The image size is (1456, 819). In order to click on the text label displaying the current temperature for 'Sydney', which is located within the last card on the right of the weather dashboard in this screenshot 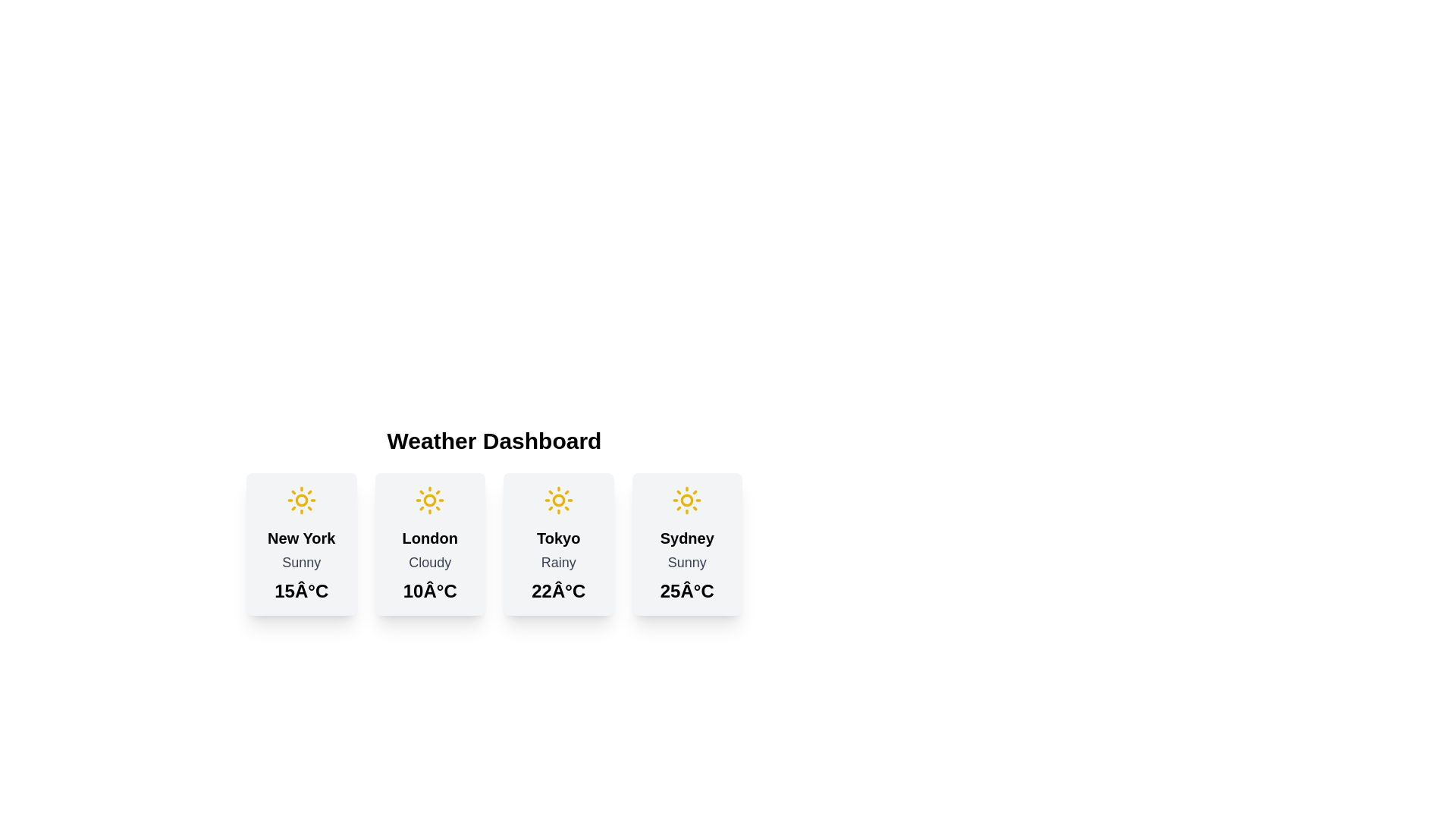, I will do `click(686, 590)`.